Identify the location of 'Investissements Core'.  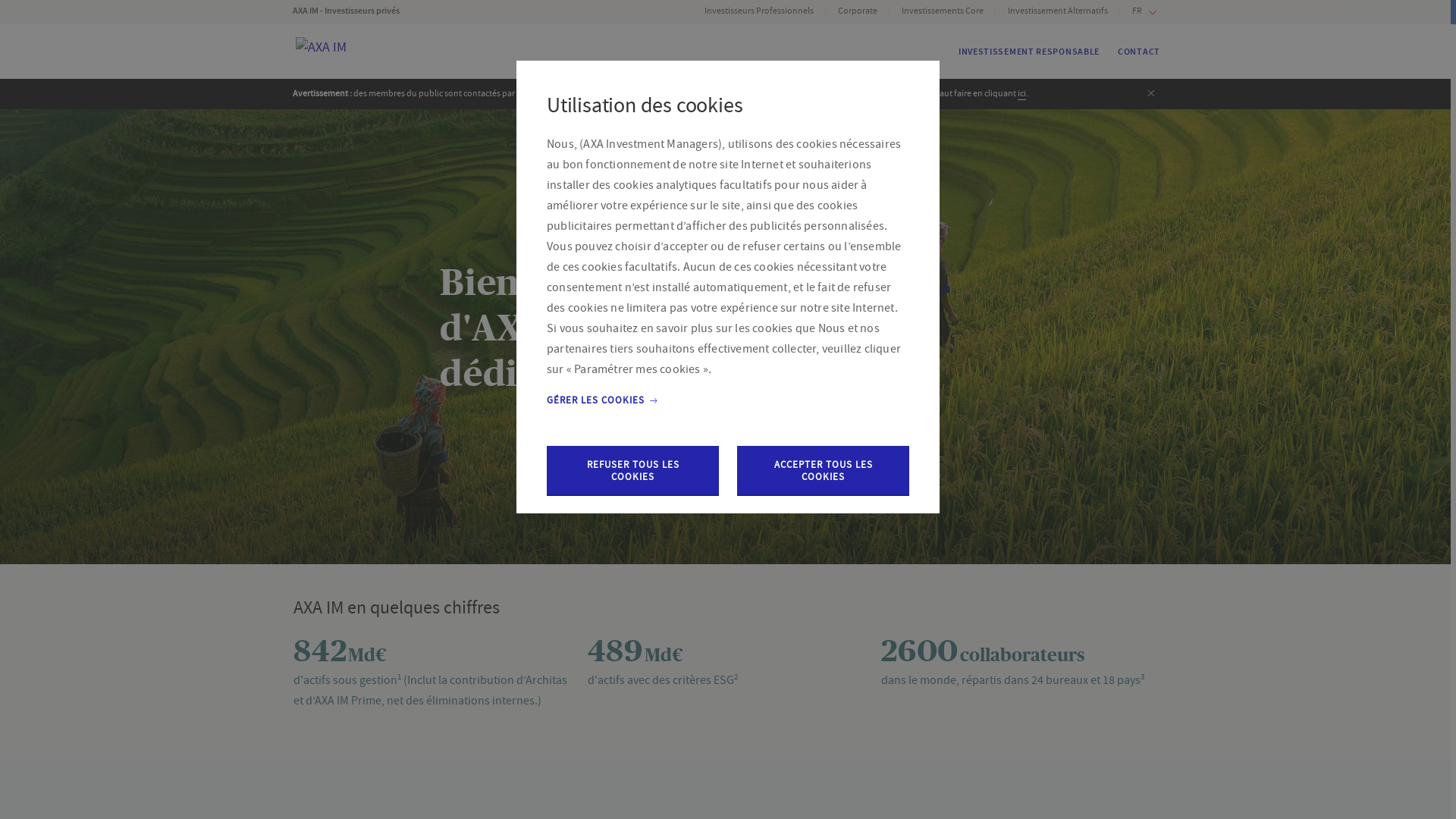
(942, 11).